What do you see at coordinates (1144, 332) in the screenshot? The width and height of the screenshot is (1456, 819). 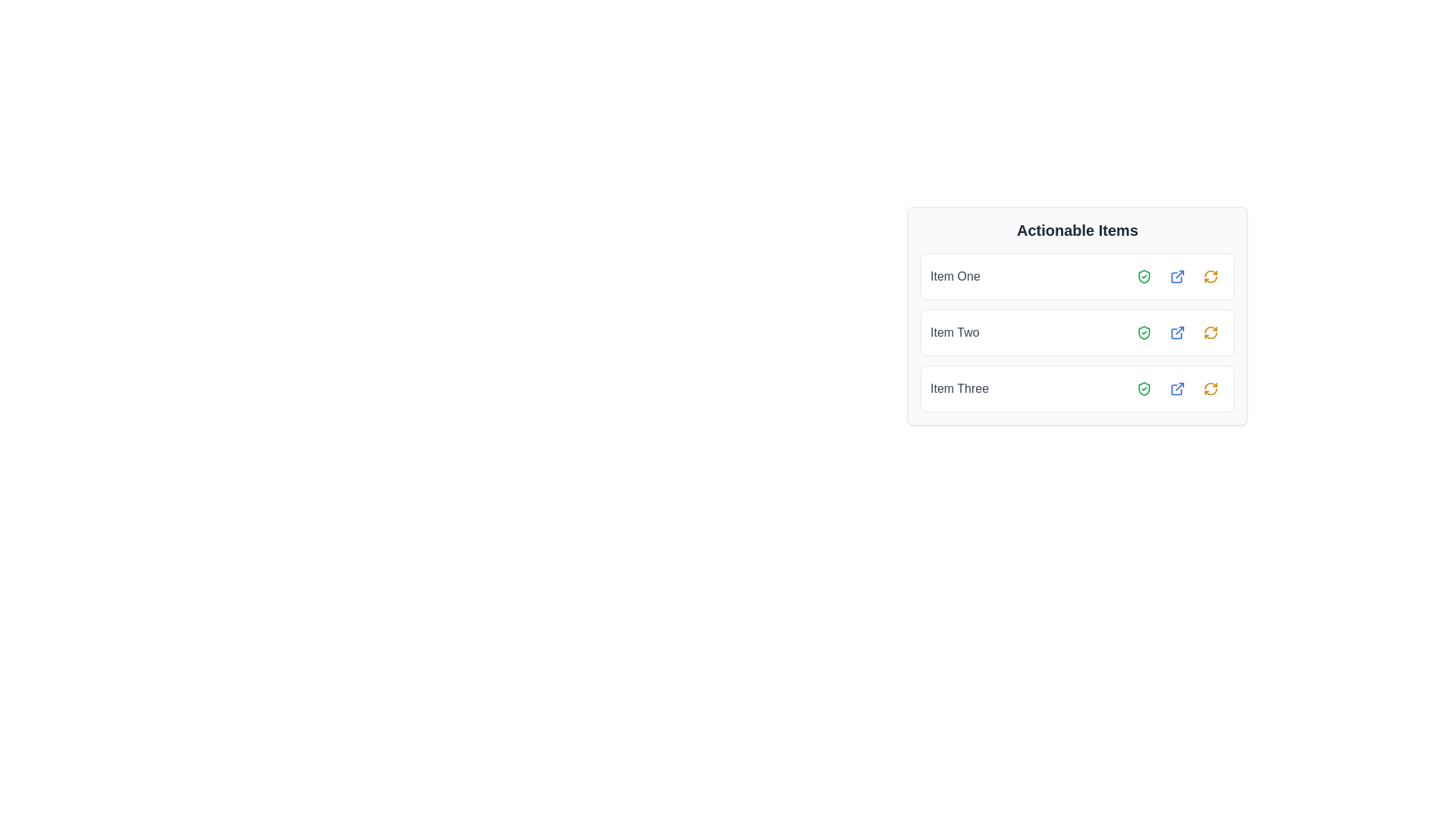 I see `the verification icon for 'Item Two' located in the 'Actionable Items' section` at bounding box center [1144, 332].